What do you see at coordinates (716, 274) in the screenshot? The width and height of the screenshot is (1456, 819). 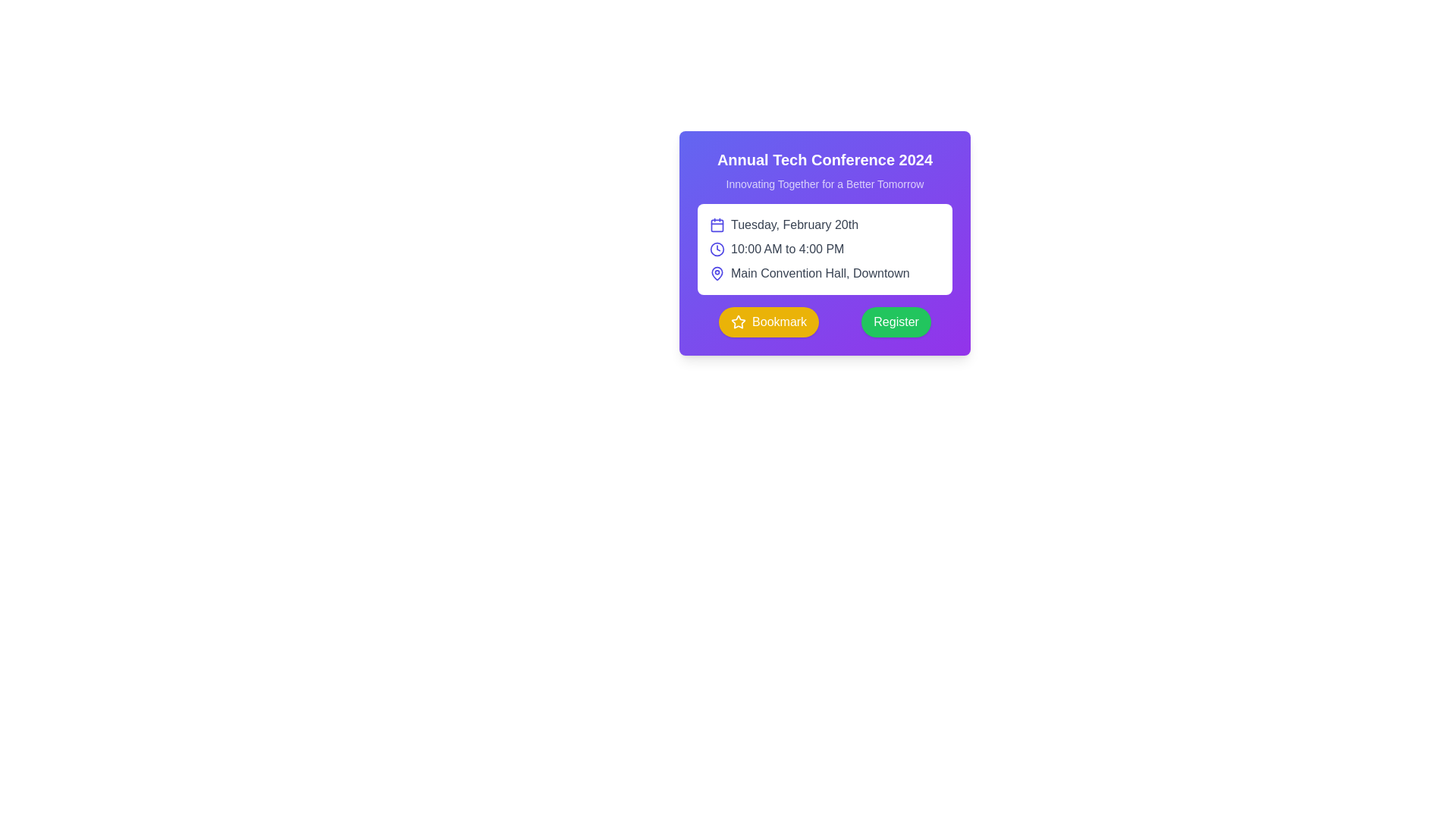 I see `the map pin icon representing the location 'Main Convention Hall, Downtown' which is positioned to the left of the event details text` at bounding box center [716, 274].